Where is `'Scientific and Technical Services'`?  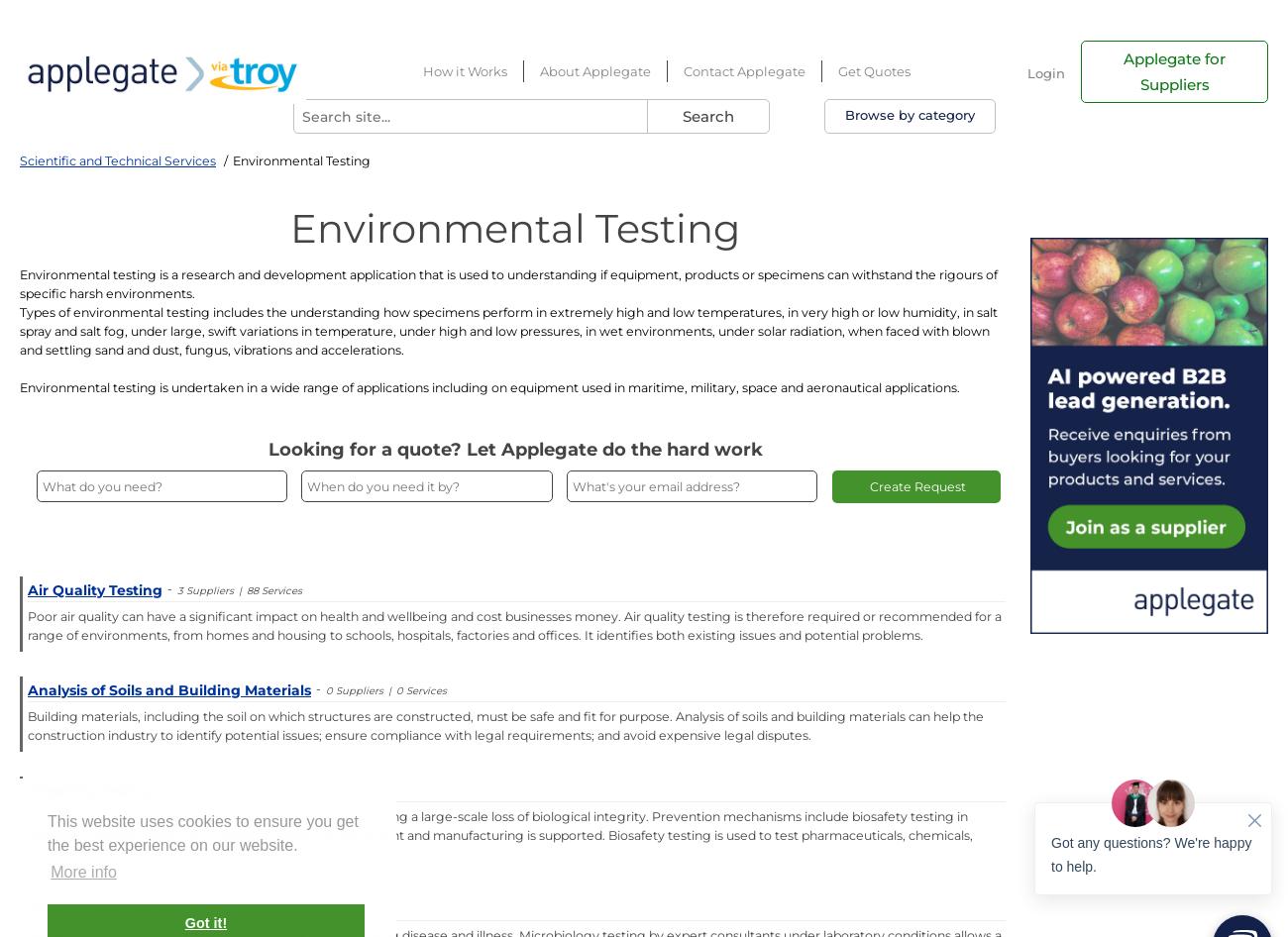
'Scientific and Technical Services' is located at coordinates (116, 160).